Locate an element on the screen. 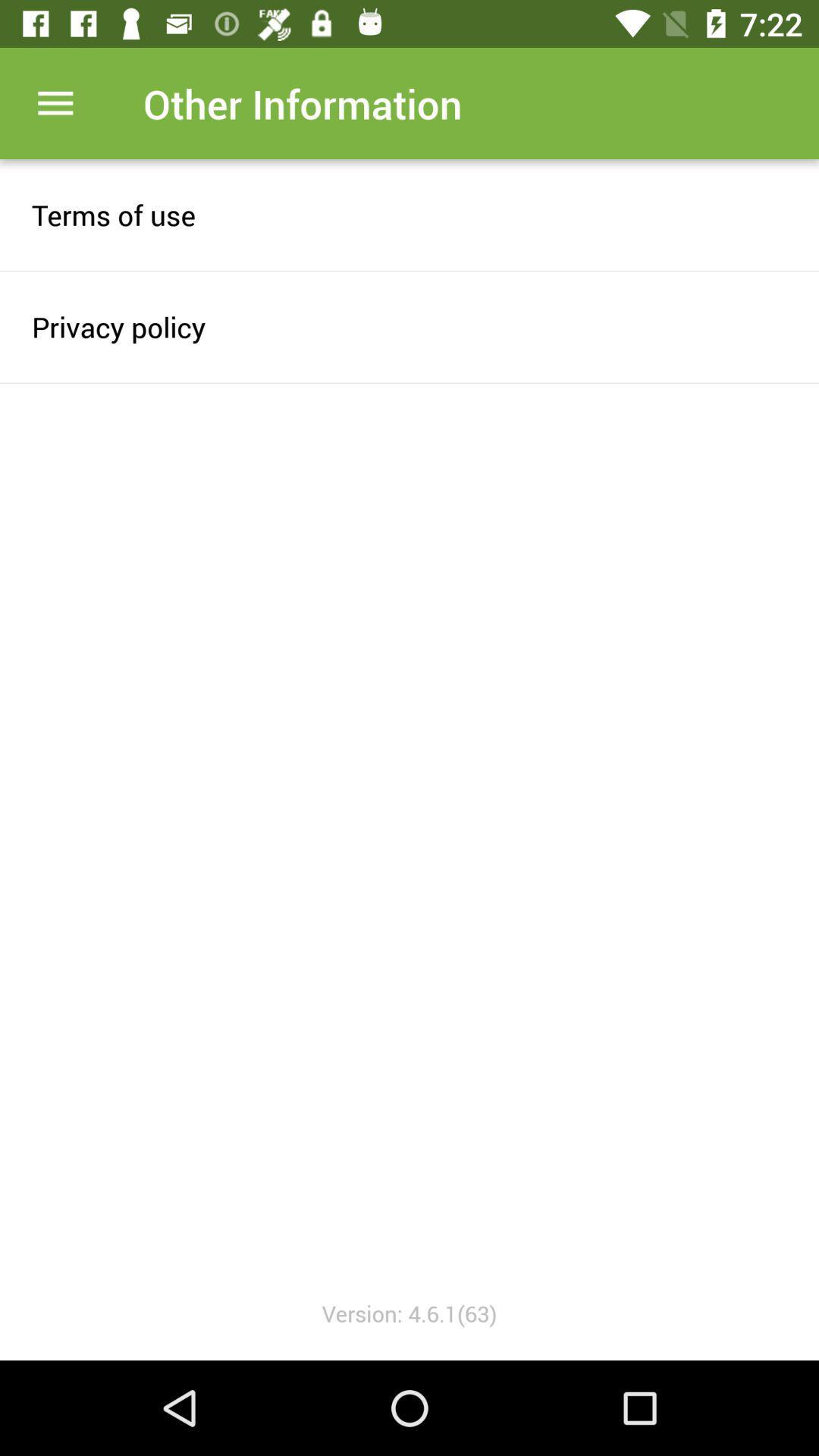 The width and height of the screenshot is (819, 1456). terms of use is located at coordinates (409, 214).